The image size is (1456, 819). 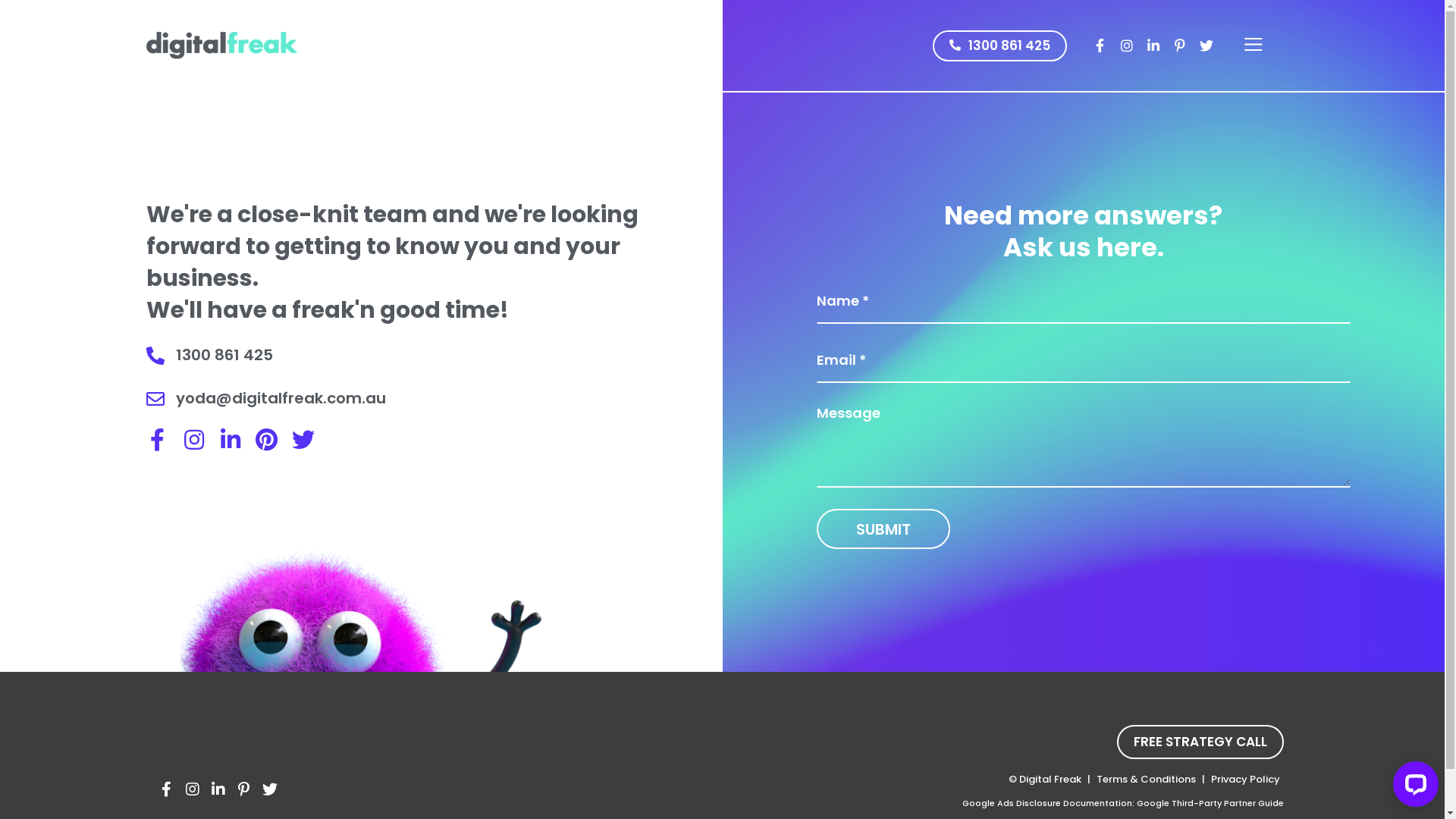 What do you see at coordinates (1145, 779) in the screenshot?
I see `'Terms & Conditions'` at bounding box center [1145, 779].